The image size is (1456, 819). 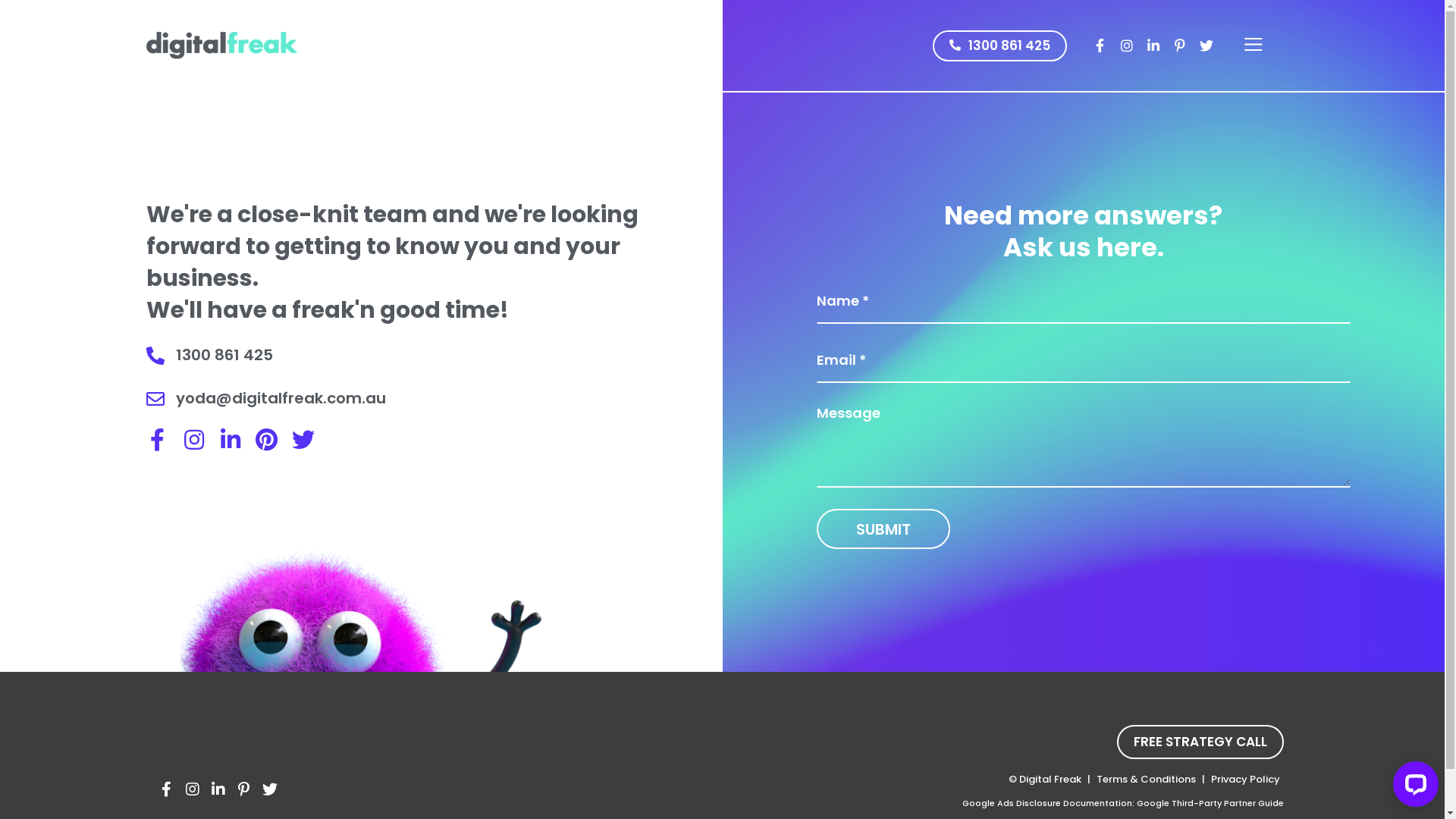 What do you see at coordinates (1145, 779) in the screenshot?
I see `'Terms & Conditions'` at bounding box center [1145, 779].